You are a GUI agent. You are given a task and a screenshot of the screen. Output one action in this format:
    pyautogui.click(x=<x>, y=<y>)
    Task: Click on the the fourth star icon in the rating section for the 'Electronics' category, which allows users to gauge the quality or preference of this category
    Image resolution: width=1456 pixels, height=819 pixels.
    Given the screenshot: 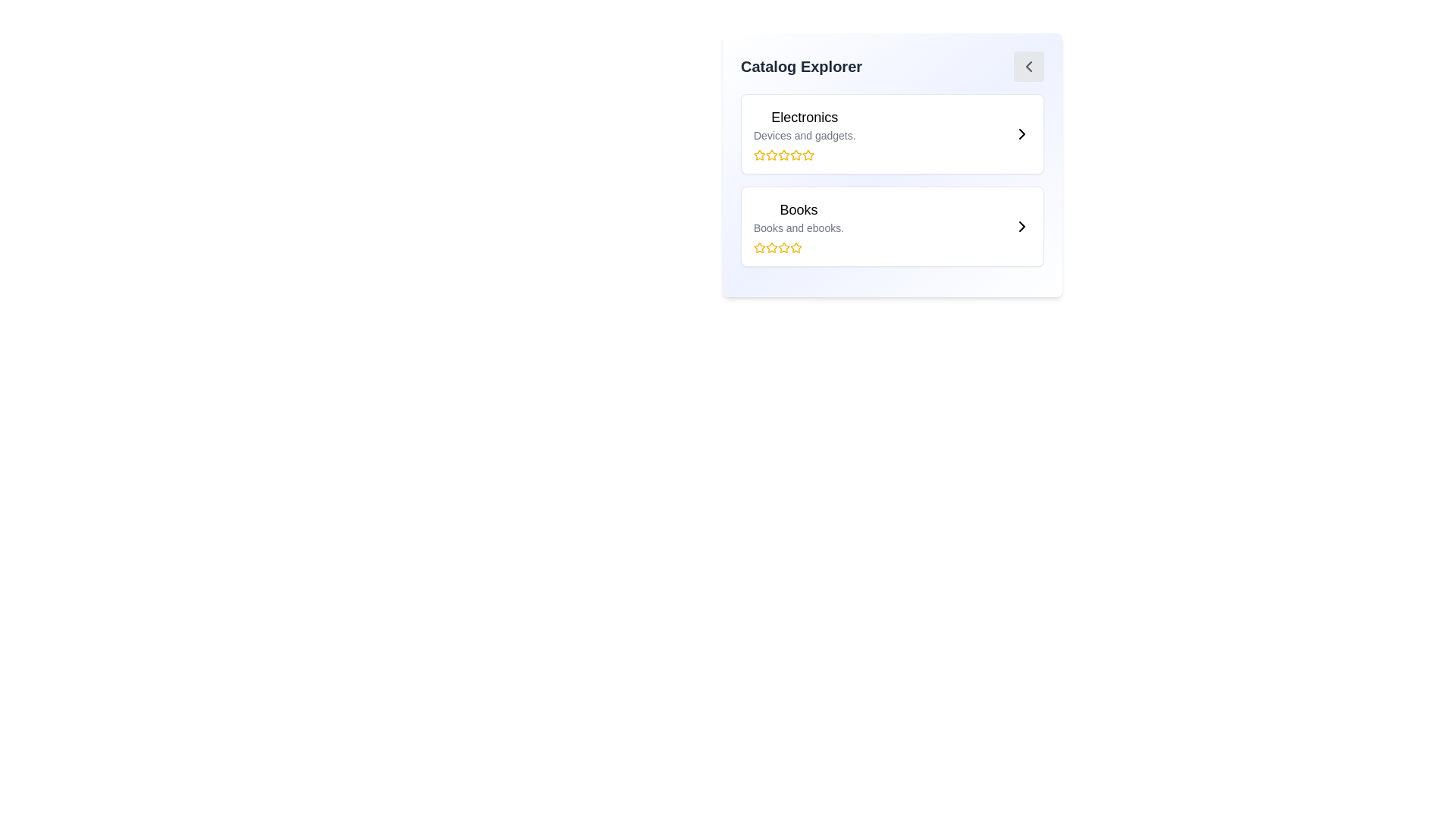 What is the action you would take?
    pyautogui.click(x=783, y=155)
    